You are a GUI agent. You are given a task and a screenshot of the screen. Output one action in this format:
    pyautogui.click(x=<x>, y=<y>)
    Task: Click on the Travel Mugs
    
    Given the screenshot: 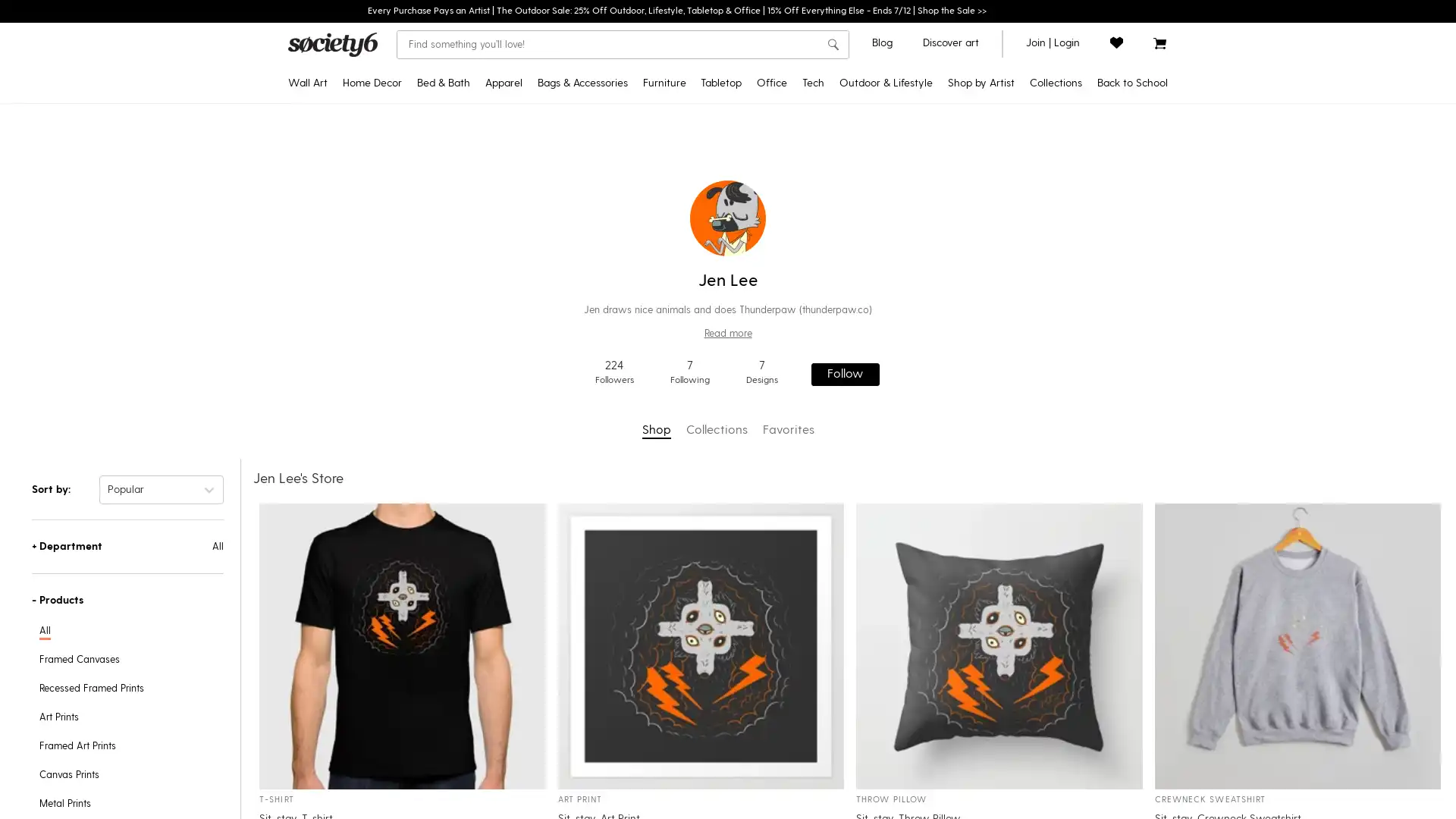 What is the action you would take?
    pyautogui.click(x=907, y=219)
    